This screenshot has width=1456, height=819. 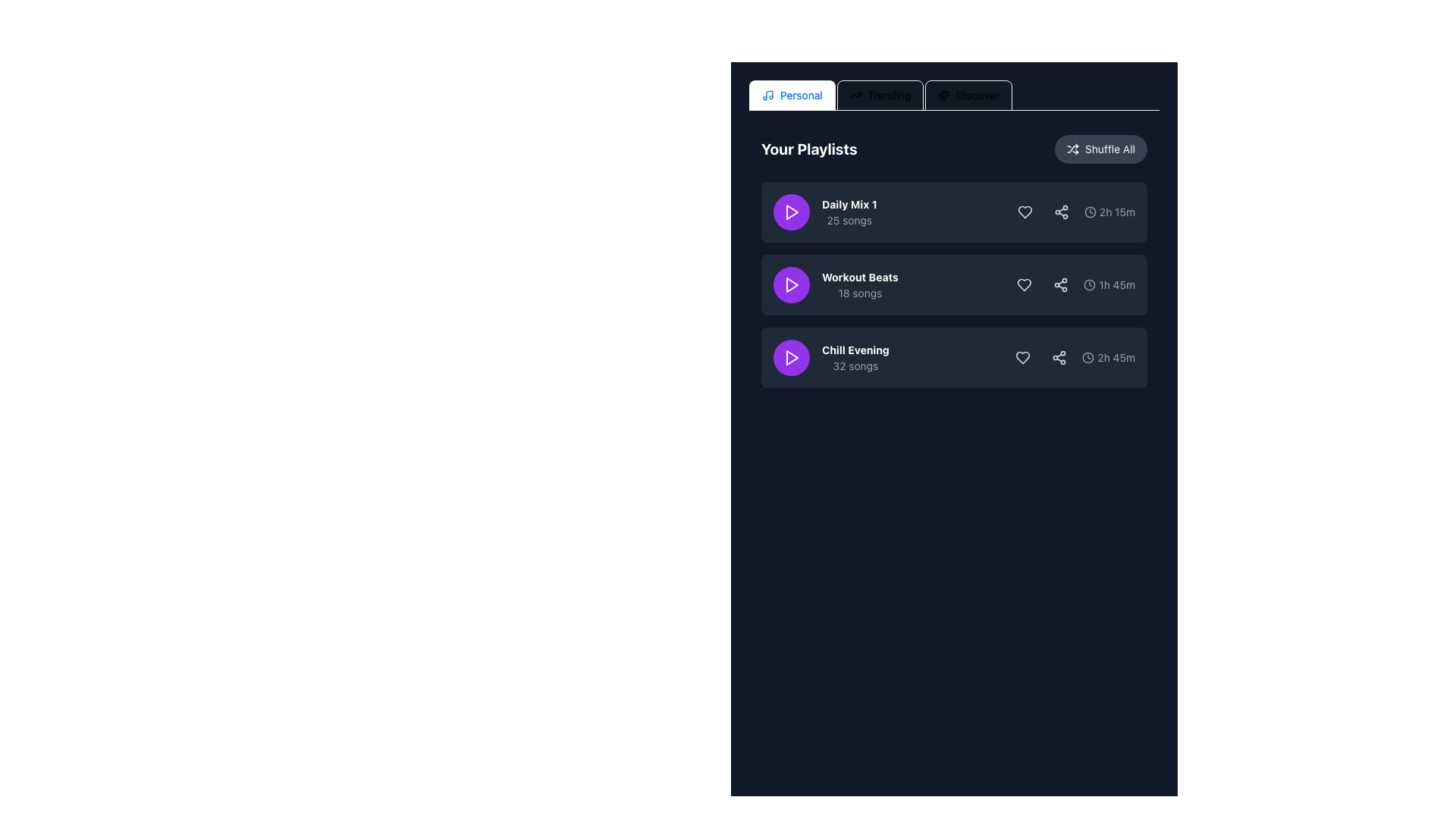 What do you see at coordinates (1072, 284) in the screenshot?
I see `total duration displayed by the text element located at the right end of the 'Workout Beats' playlist row, after the share icon` at bounding box center [1072, 284].